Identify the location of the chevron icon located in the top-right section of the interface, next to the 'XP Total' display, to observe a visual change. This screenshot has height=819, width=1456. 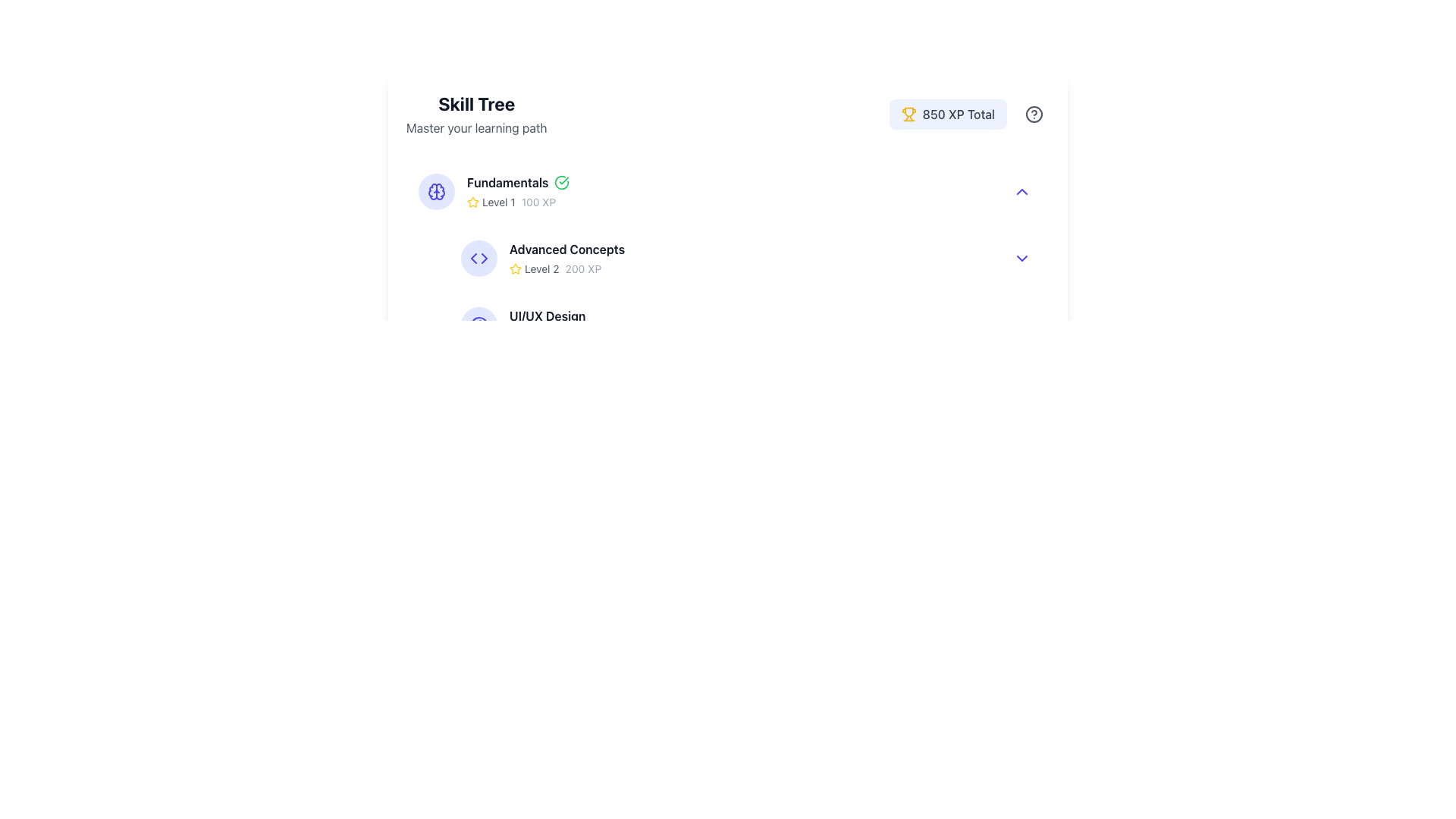
(1022, 191).